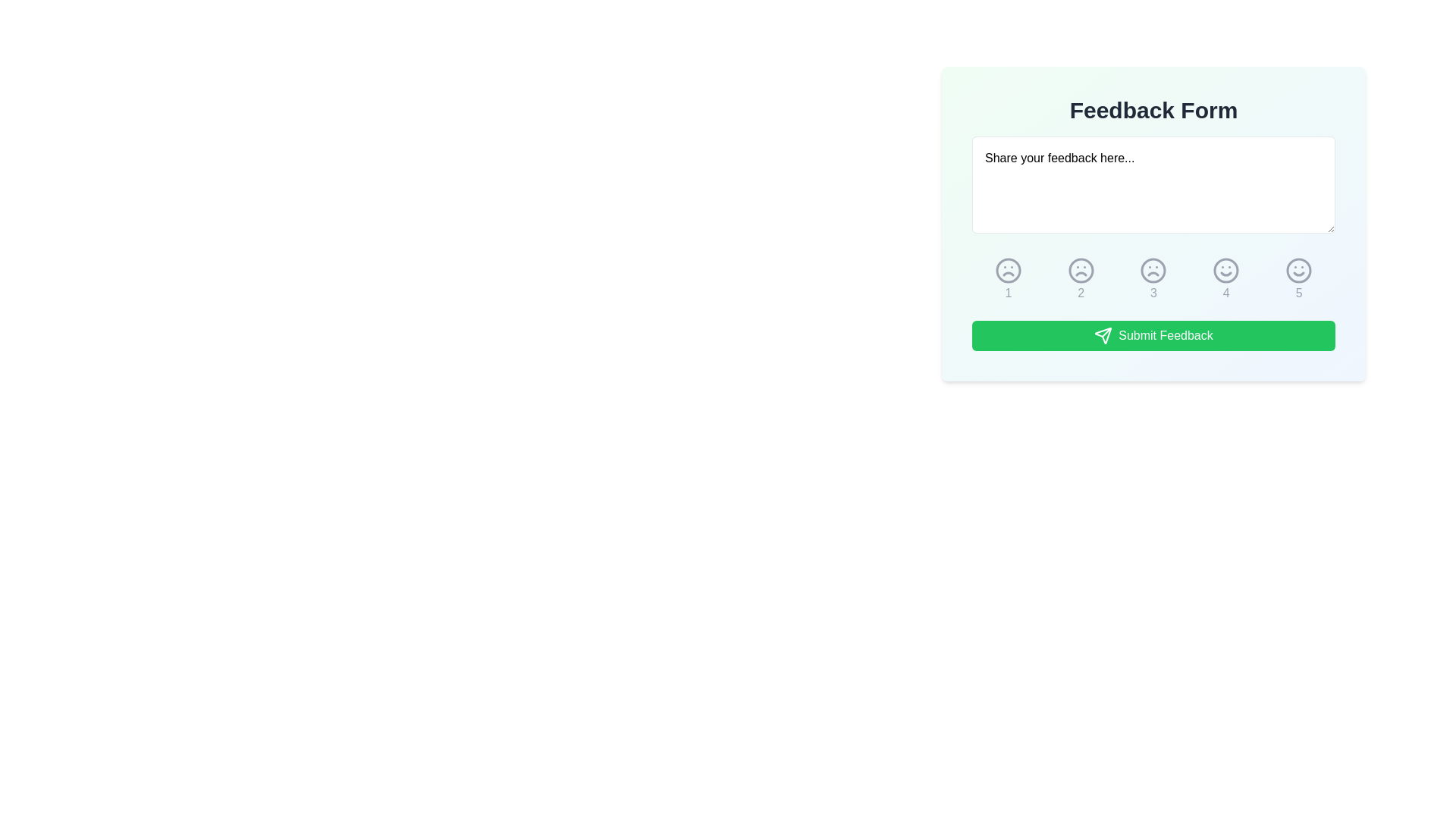 This screenshot has height=819, width=1456. What do you see at coordinates (1298, 293) in the screenshot?
I see `text label indicating the '5' rating option, located in the bottom-right corner of the 'Feedback Form' section, which represents the maximum score in the feedback scale` at bounding box center [1298, 293].